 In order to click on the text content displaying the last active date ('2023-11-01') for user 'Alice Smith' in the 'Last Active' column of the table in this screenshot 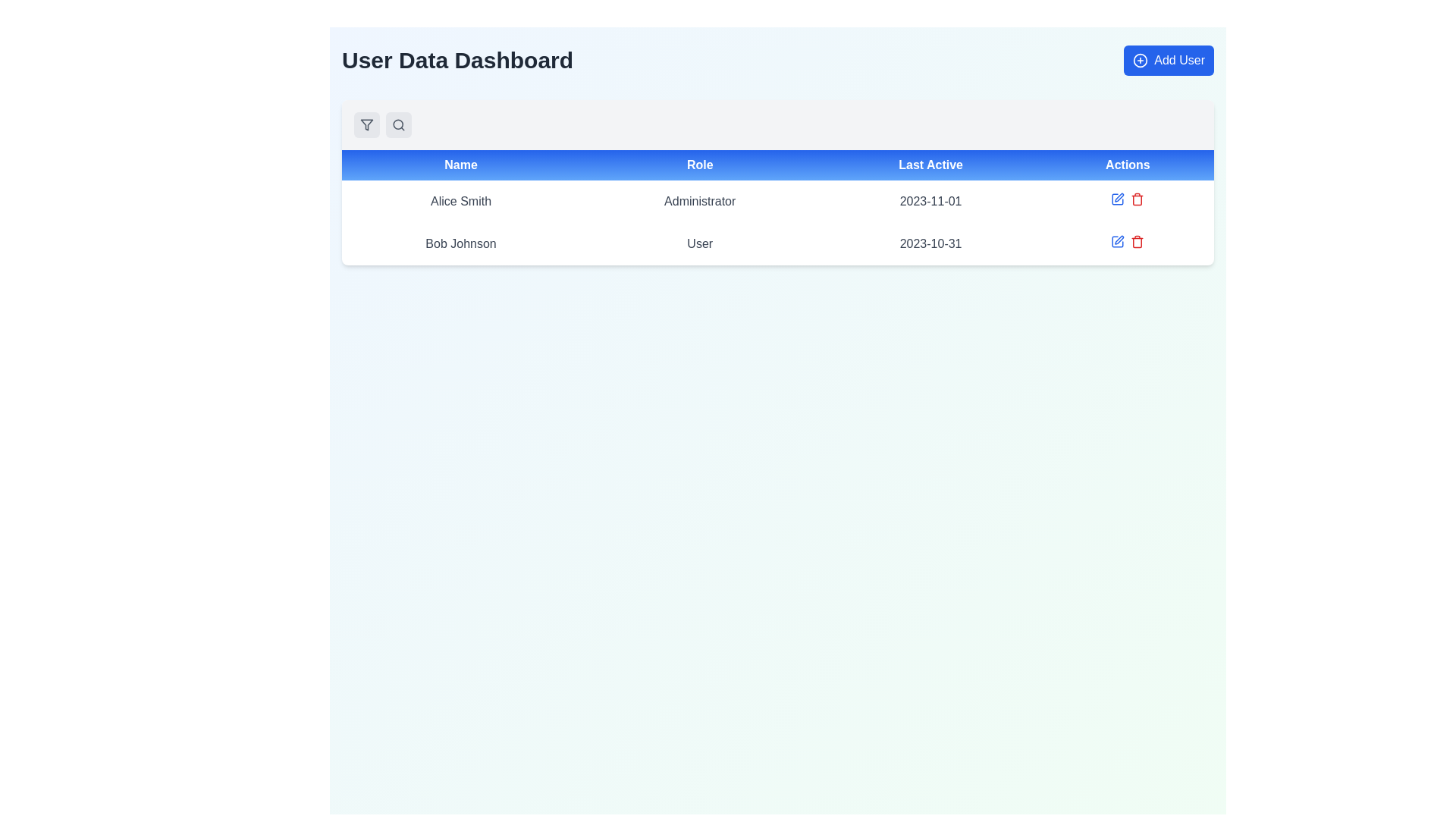, I will do `click(930, 201)`.